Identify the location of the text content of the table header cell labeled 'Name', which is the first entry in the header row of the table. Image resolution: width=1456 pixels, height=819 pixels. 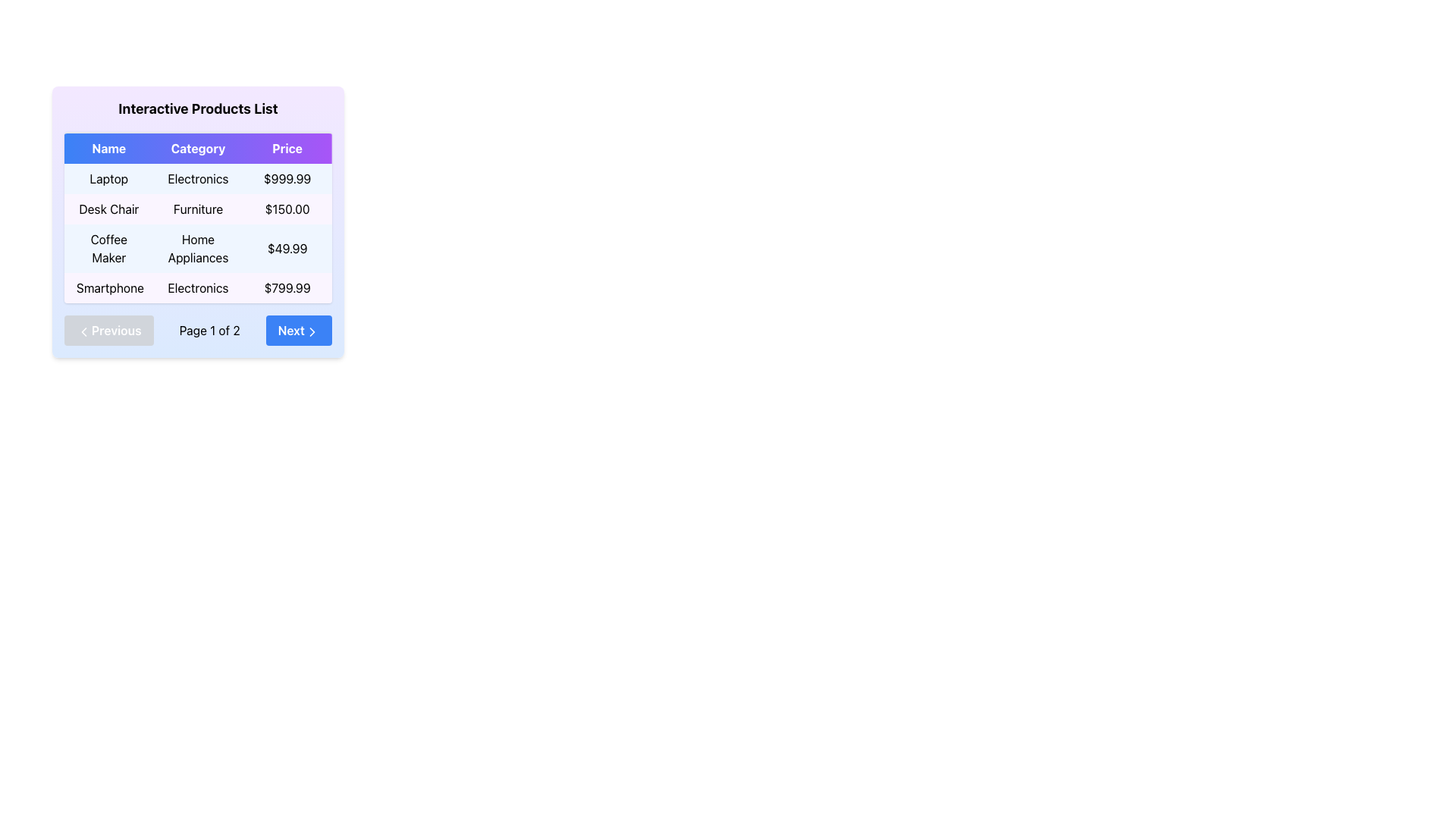
(108, 149).